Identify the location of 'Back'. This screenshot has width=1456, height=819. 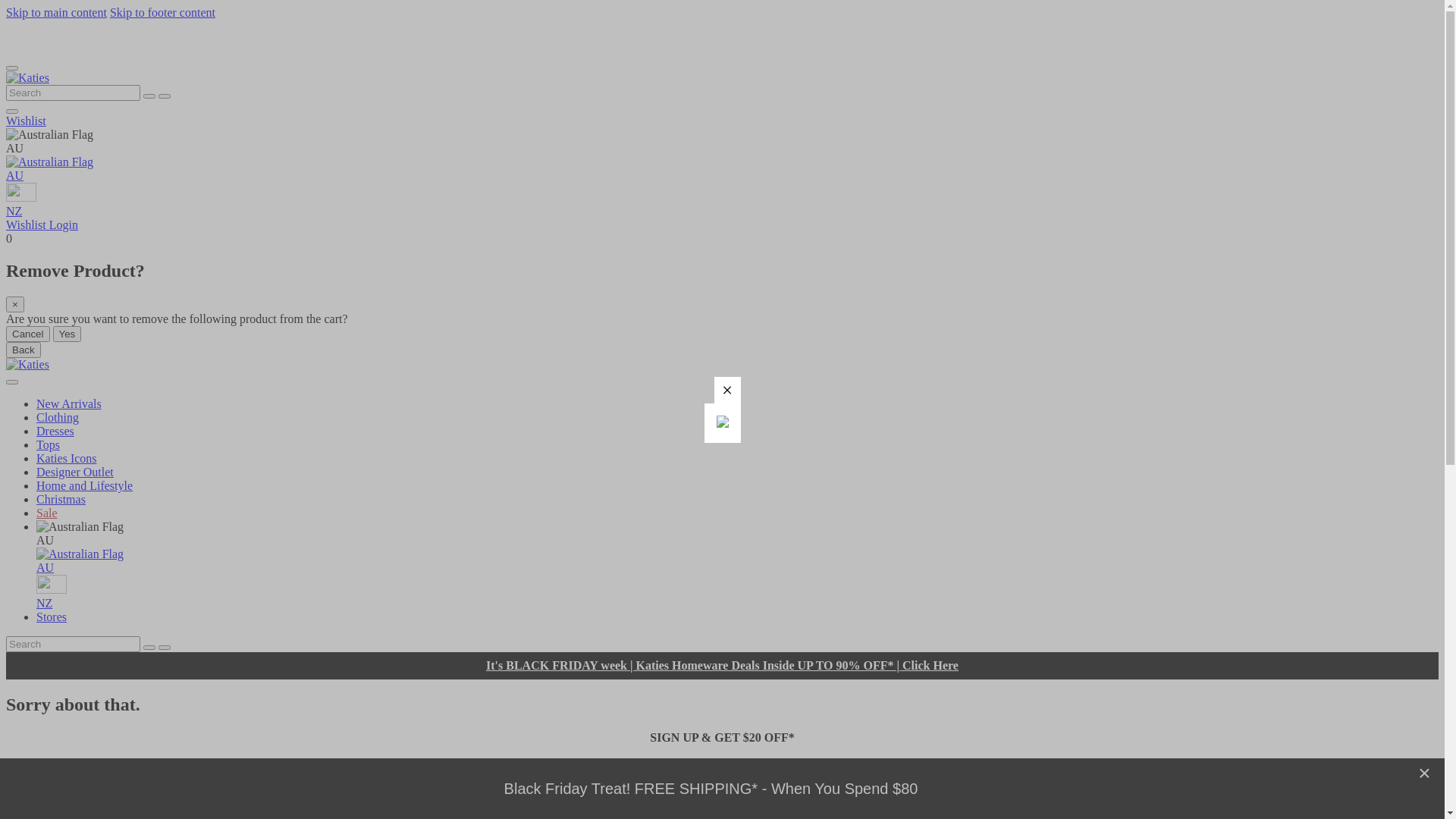
(23, 350).